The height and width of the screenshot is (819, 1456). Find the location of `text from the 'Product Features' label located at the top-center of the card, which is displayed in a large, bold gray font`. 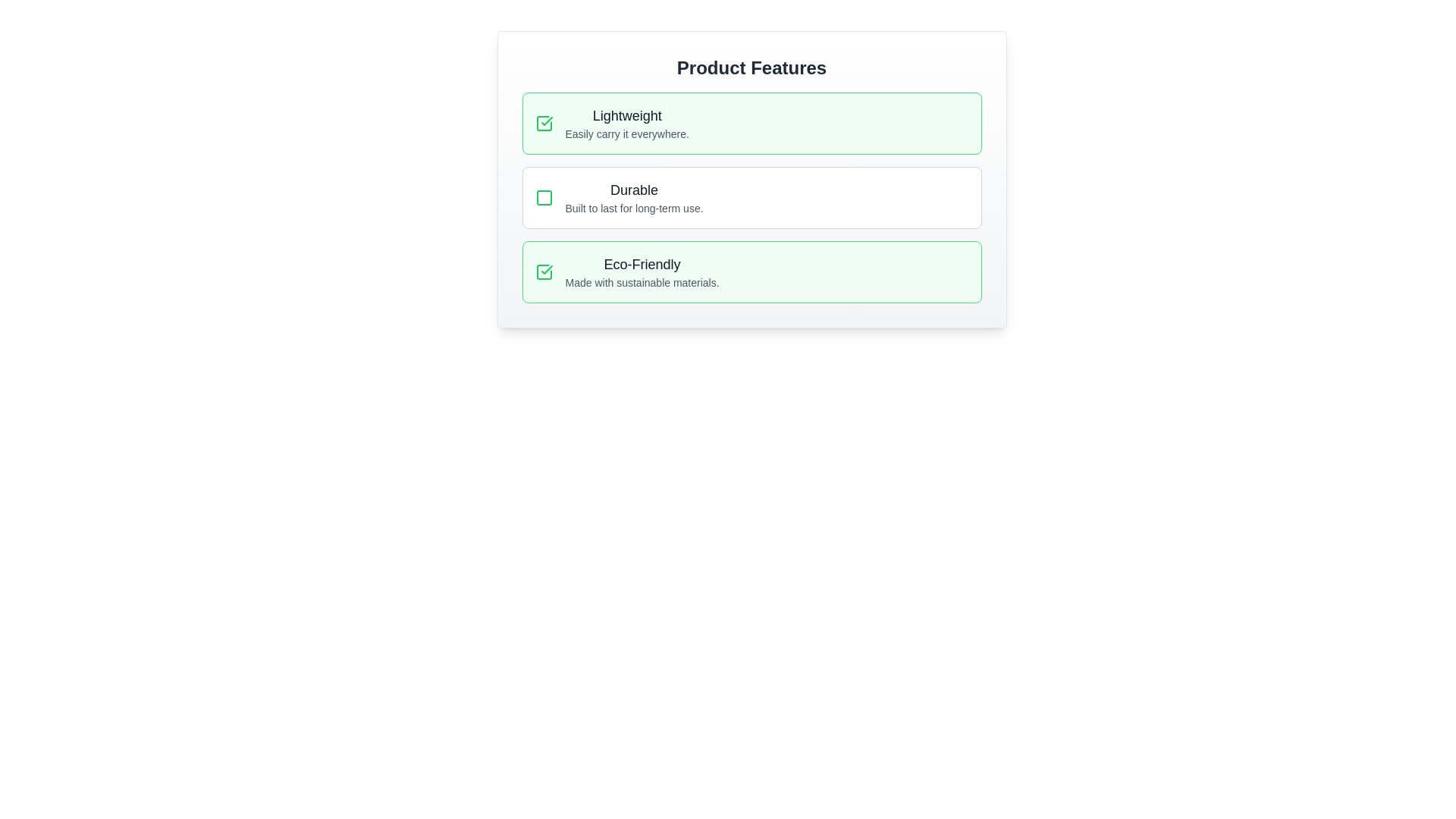

text from the 'Product Features' label located at the top-center of the card, which is displayed in a large, bold gray font is located at coordinates (752, 67).